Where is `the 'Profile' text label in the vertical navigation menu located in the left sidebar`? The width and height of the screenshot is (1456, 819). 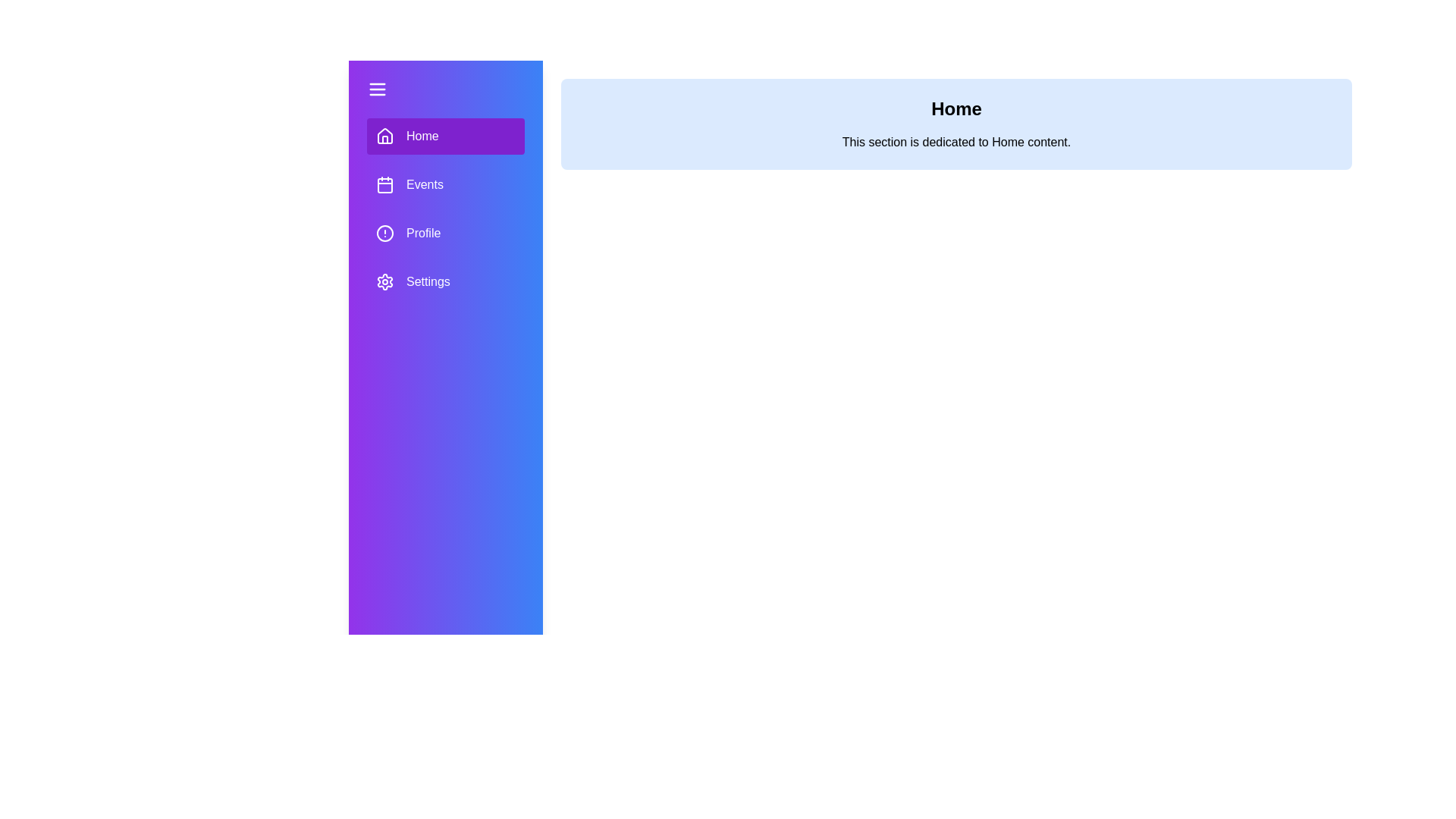
the 'Profile' text label in the vertical navigation menu located in the left sidebar is located at coordinates (423, 234).